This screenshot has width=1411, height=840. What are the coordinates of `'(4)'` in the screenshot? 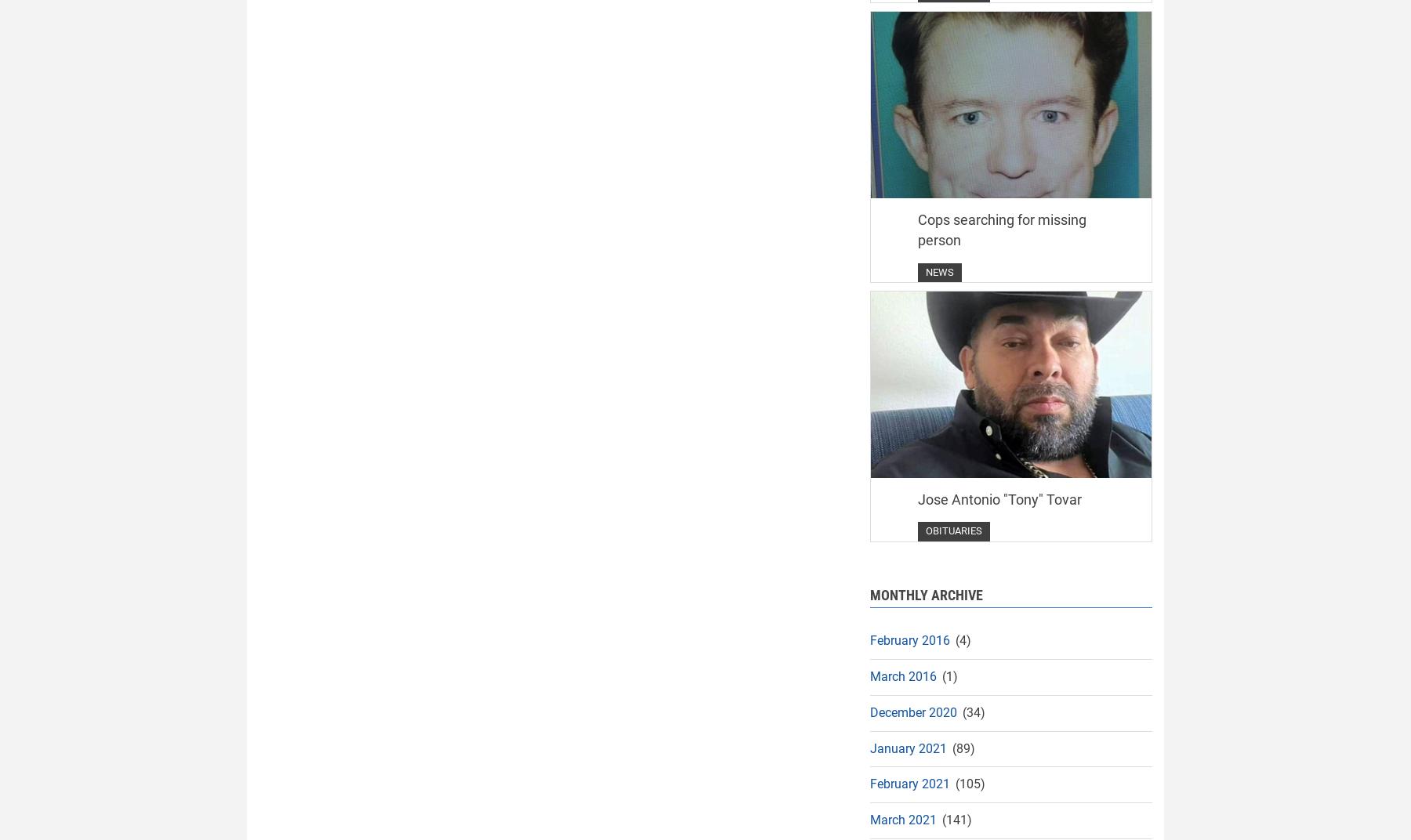 It's located at (961, 639).